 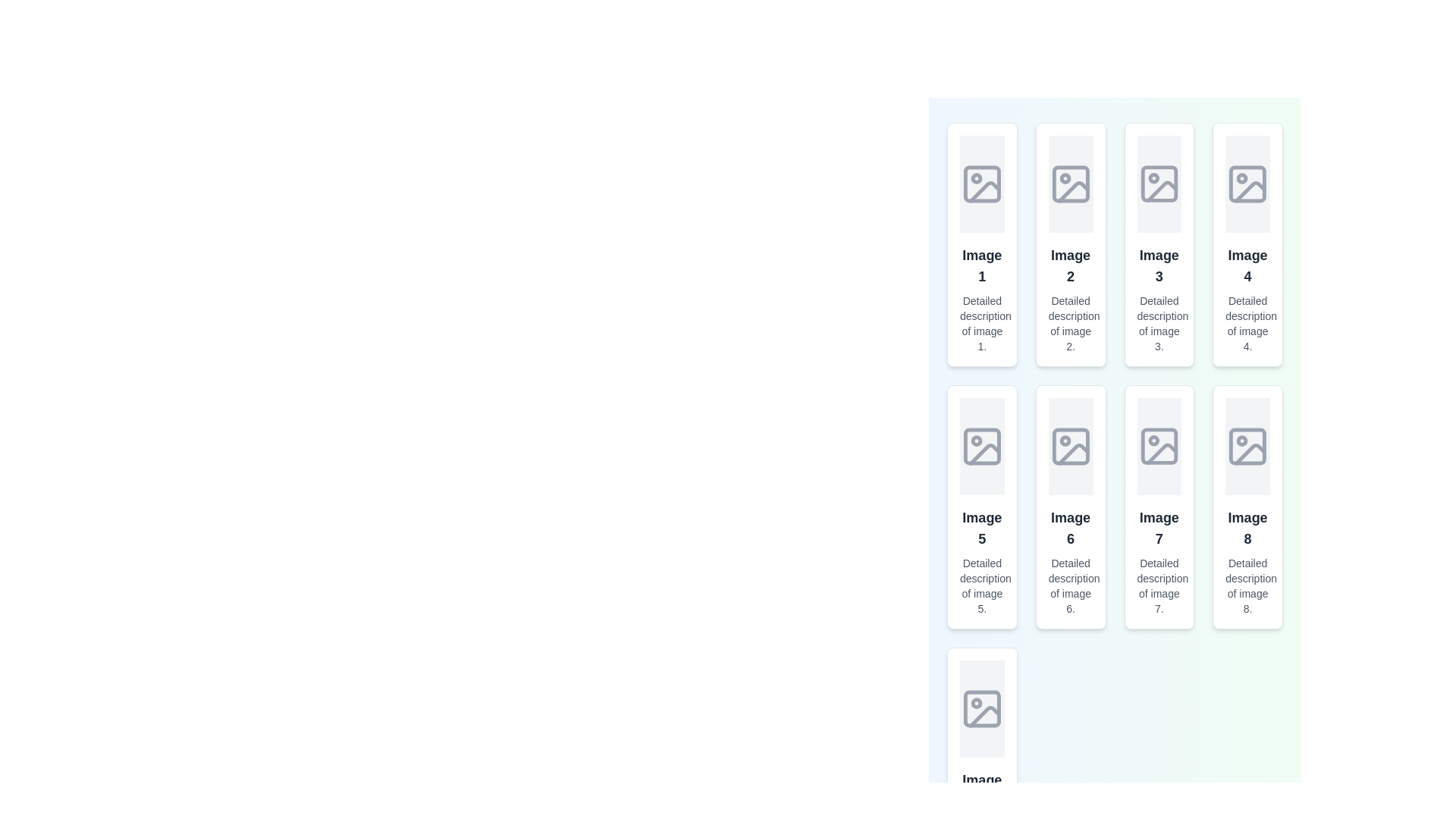 I want to click on the styling of the fourth card in the grid layout, which contains an image and associated information, positioned to the right of the first three images and above the eighth image, so click(x=1247, y=244).